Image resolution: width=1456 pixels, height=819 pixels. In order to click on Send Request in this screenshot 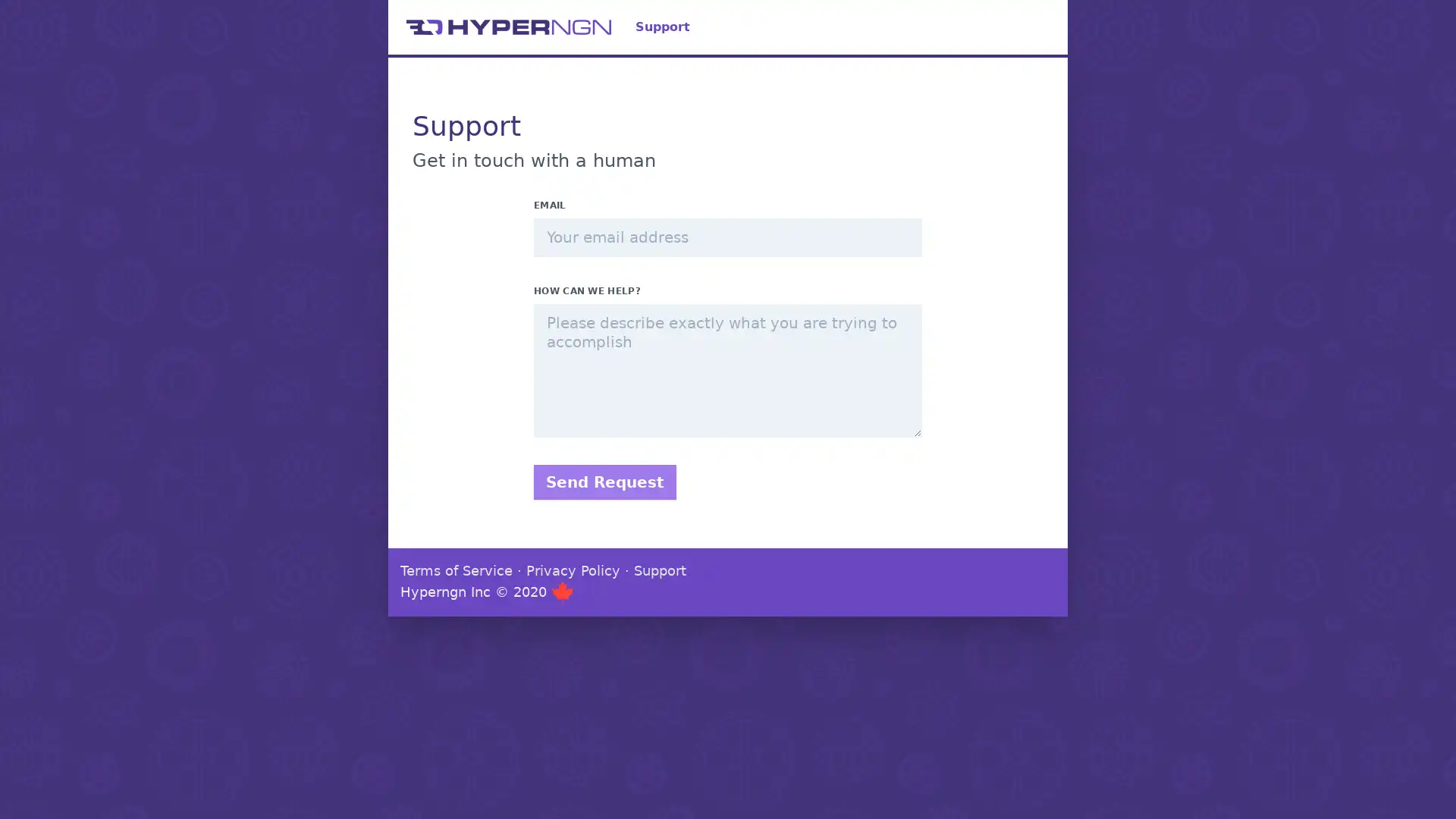, I will do `click(604, 482)`.